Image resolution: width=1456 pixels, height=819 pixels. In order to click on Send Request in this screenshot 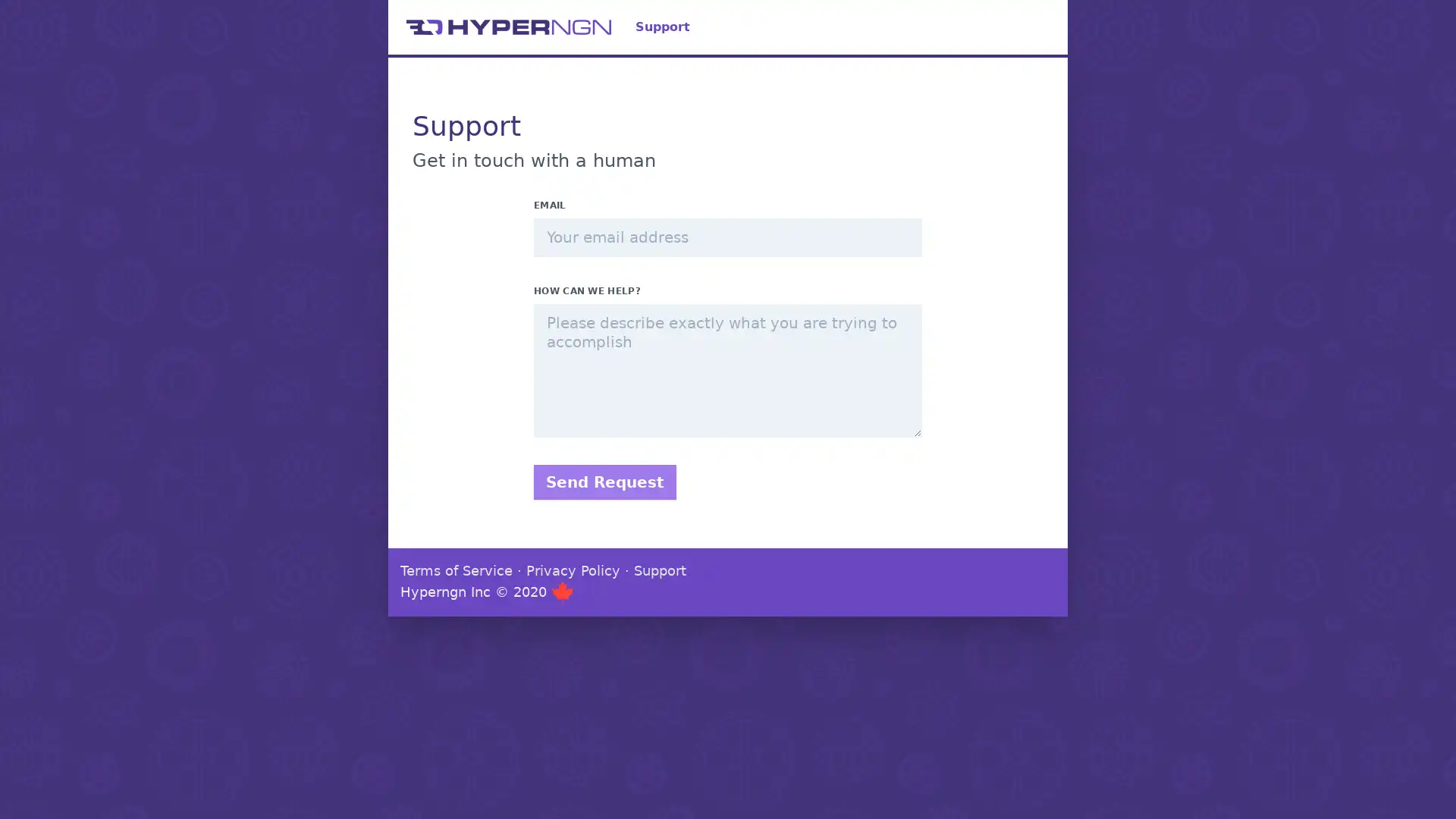, I will do `click(604, 482)`.